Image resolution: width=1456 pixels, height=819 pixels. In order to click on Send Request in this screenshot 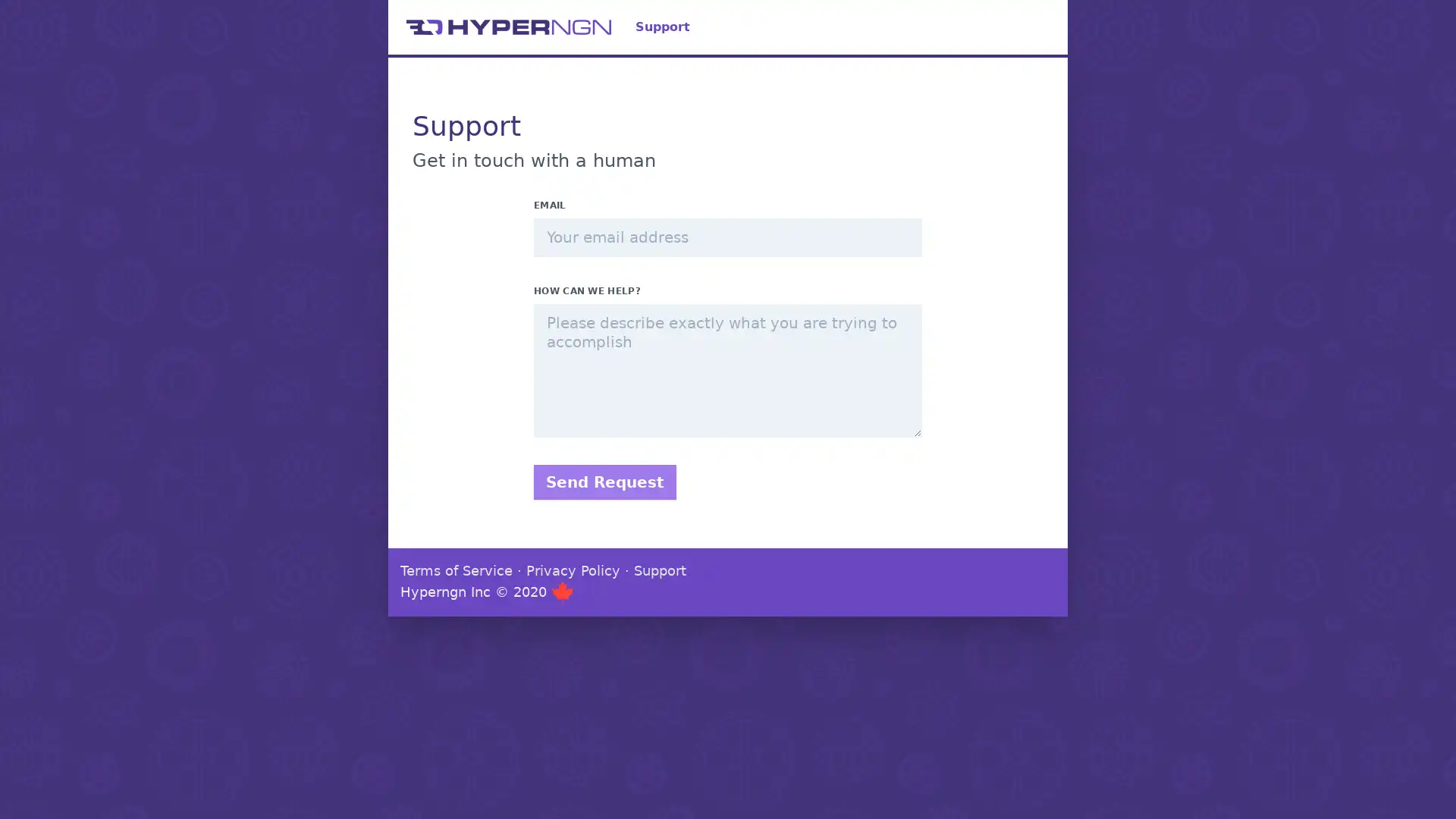, I will do `click(604, 482)`.